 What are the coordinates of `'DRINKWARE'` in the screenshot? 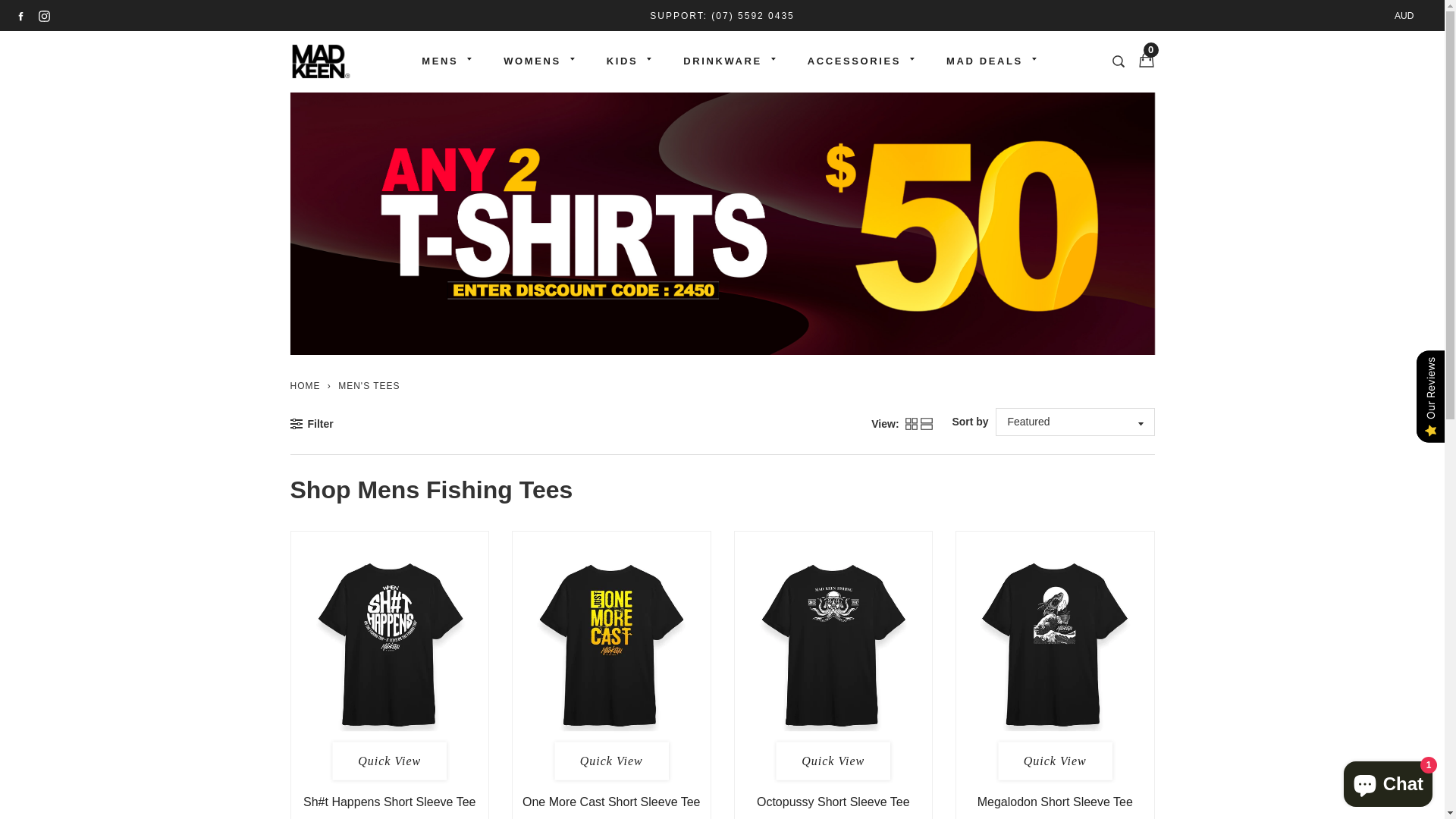 It's located at (660, 61).